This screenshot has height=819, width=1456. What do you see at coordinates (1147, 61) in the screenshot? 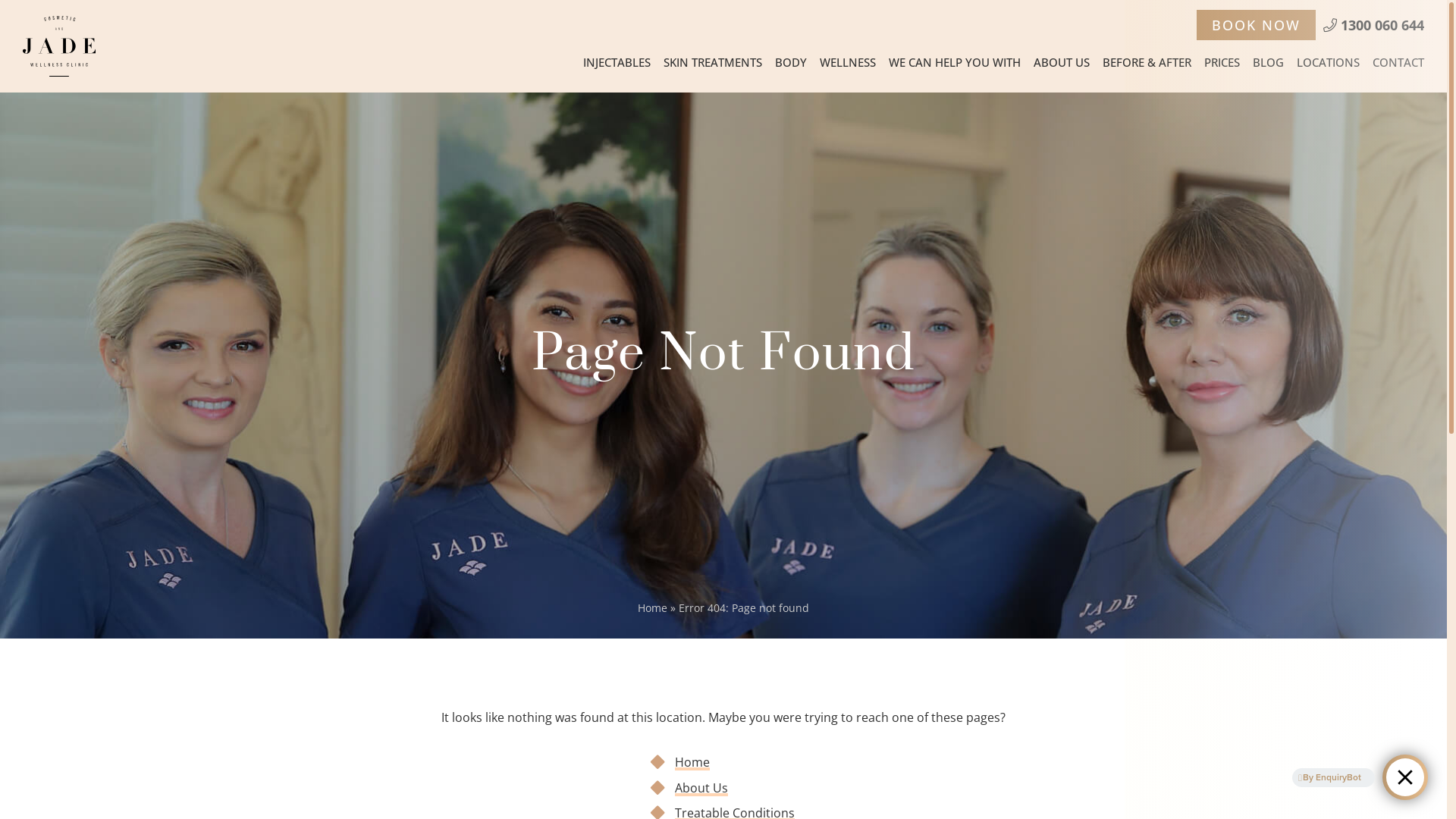
I see `'BEFORE & AFTER'` at bounding box center [1147, 61].